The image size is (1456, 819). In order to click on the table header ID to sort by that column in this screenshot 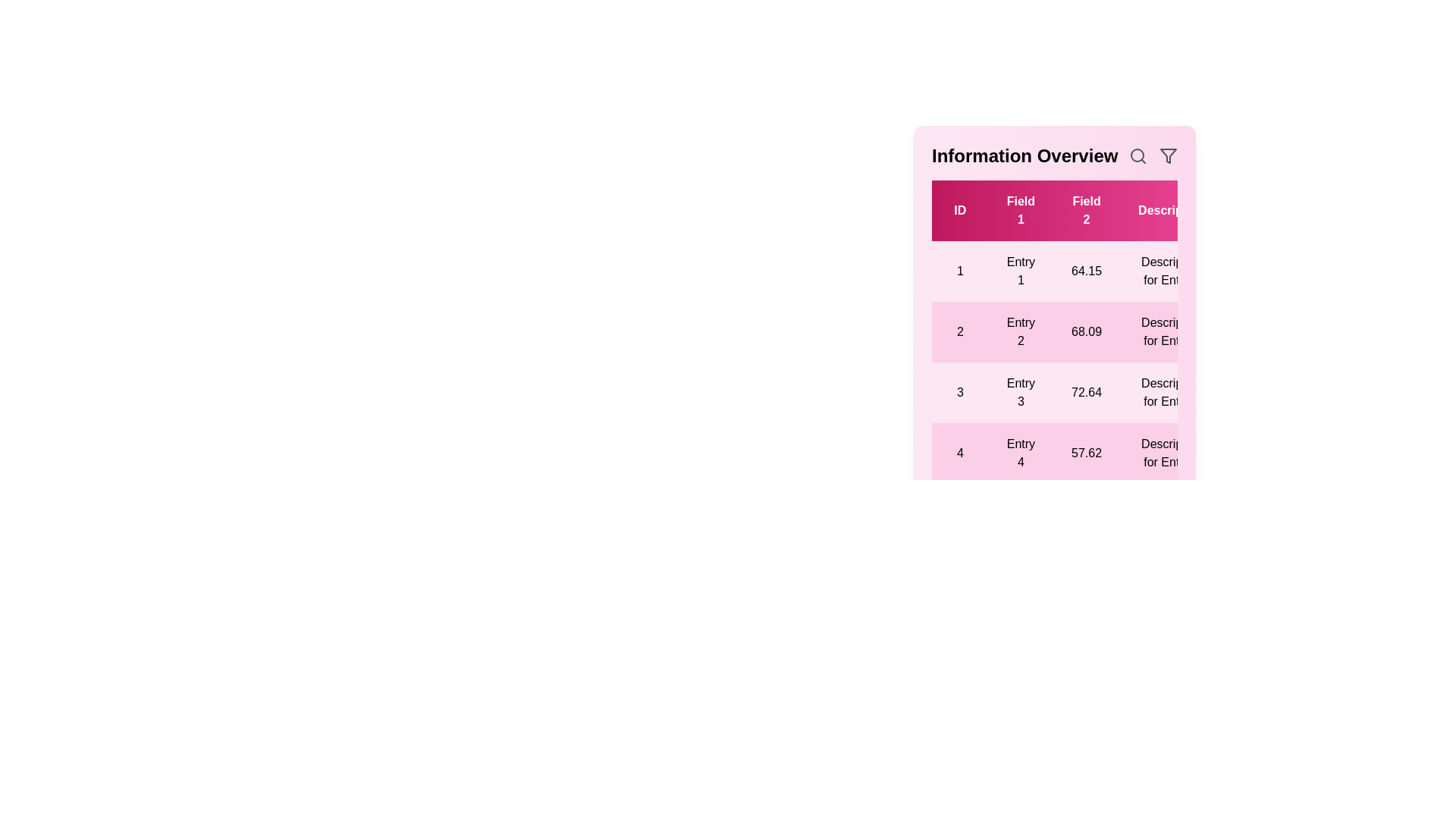, I will do `click(959, 210)`.